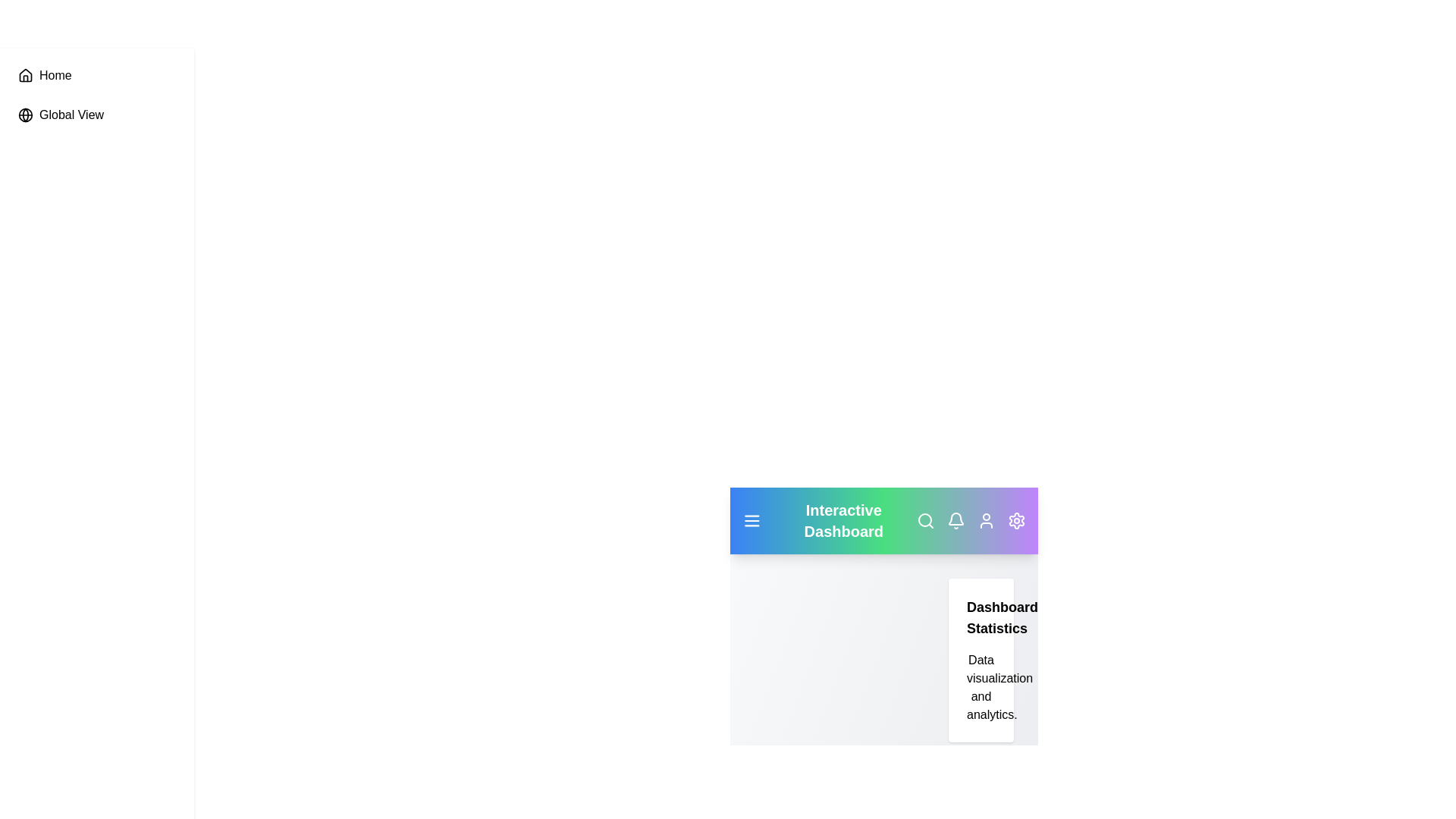 The height and width of the screenshot is (819, 1456). Describe the element at coordinates (96, 76) in the screenshot. I see `the 'Home' item in the sidebar to navigate to the 'Home' section` at that location.